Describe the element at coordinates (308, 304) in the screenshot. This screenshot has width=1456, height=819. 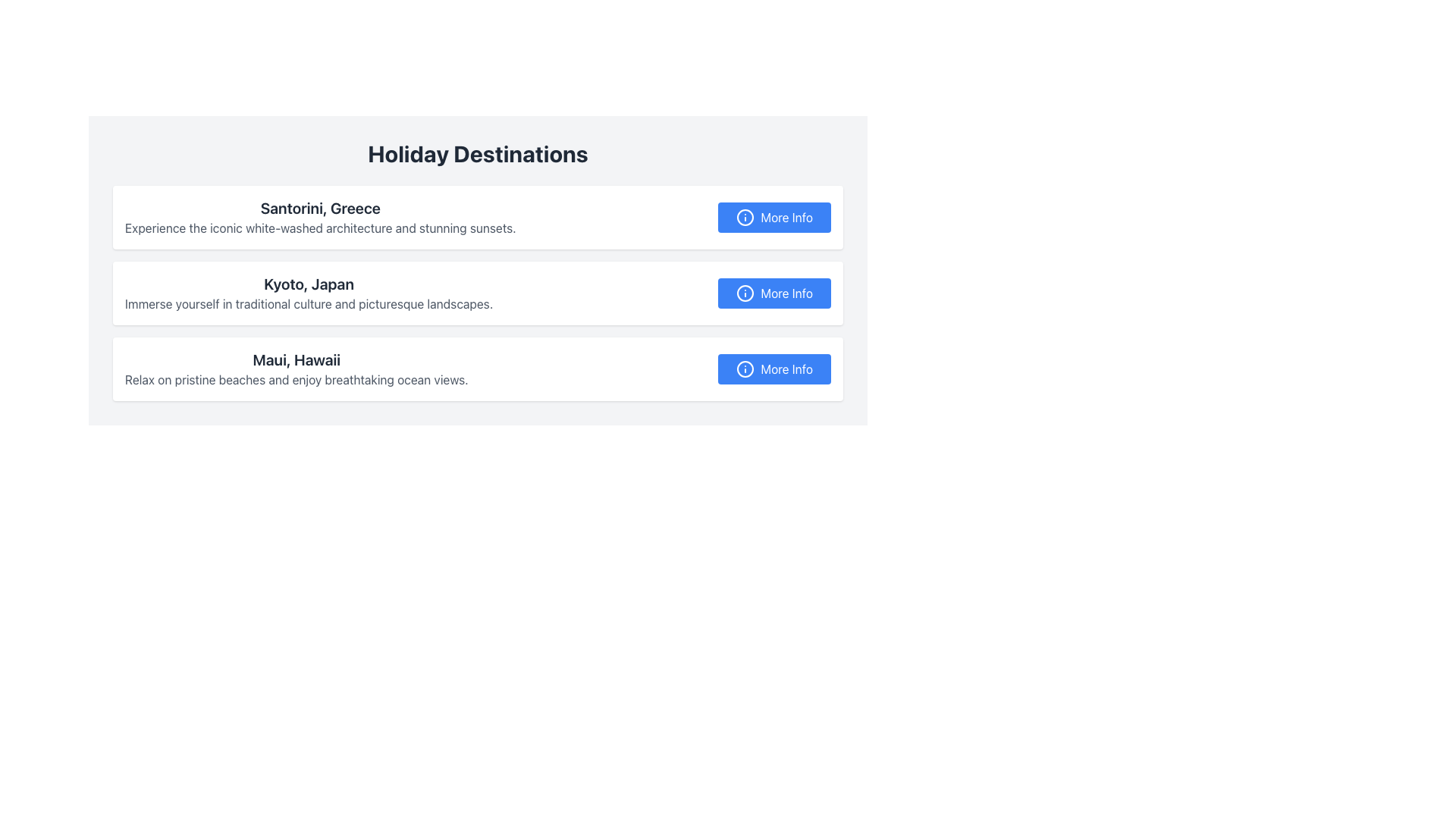
I see `the descriptive text styled in gray font that reads 'Immerse yourself in traditional culture and picturesque landscapes.', located below the header 'Kyoto, Japan' in the second card of the 'Holiday Destinations' section` at that location.